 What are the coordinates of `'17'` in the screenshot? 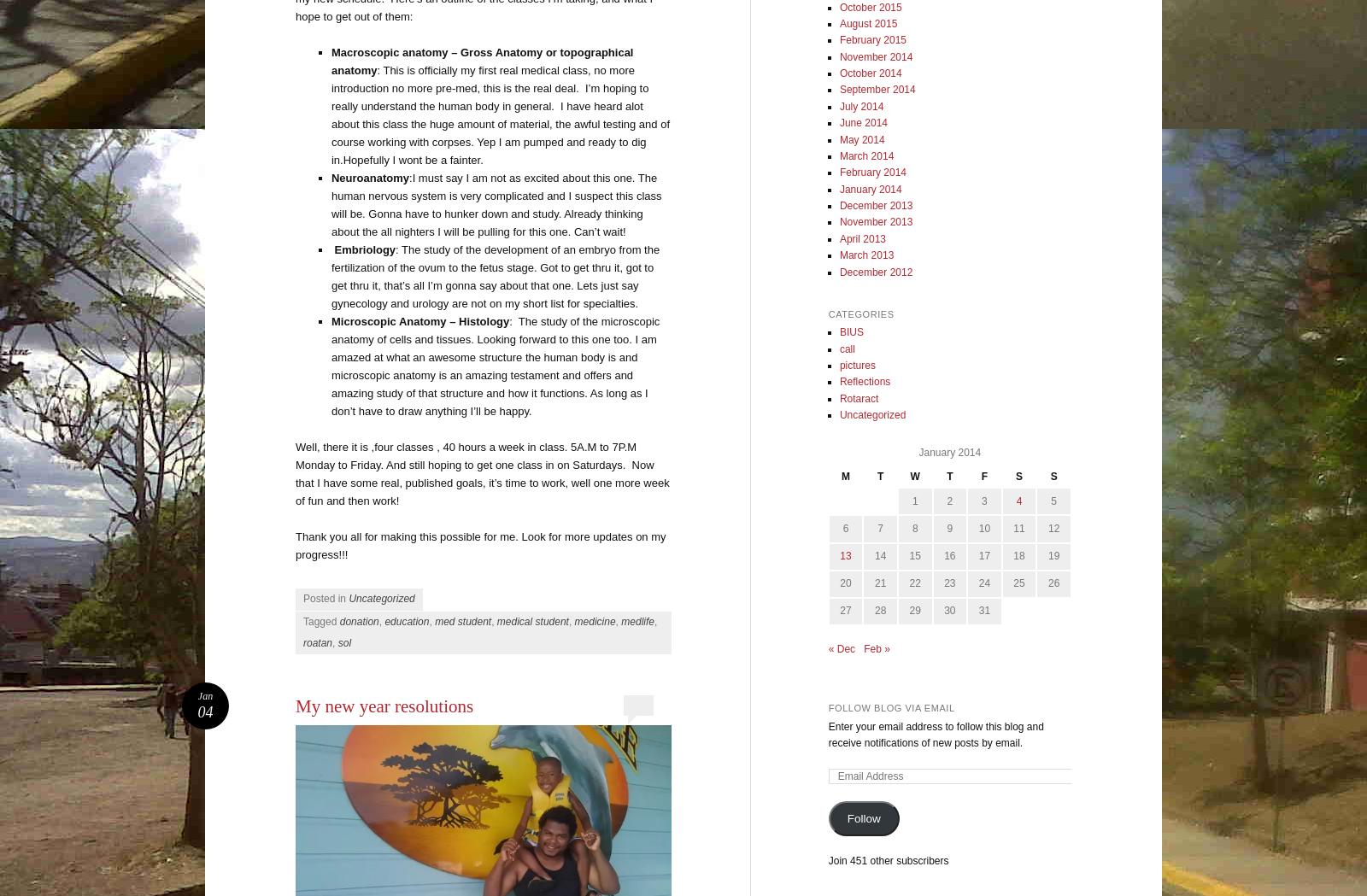 It's located at (984, 553).